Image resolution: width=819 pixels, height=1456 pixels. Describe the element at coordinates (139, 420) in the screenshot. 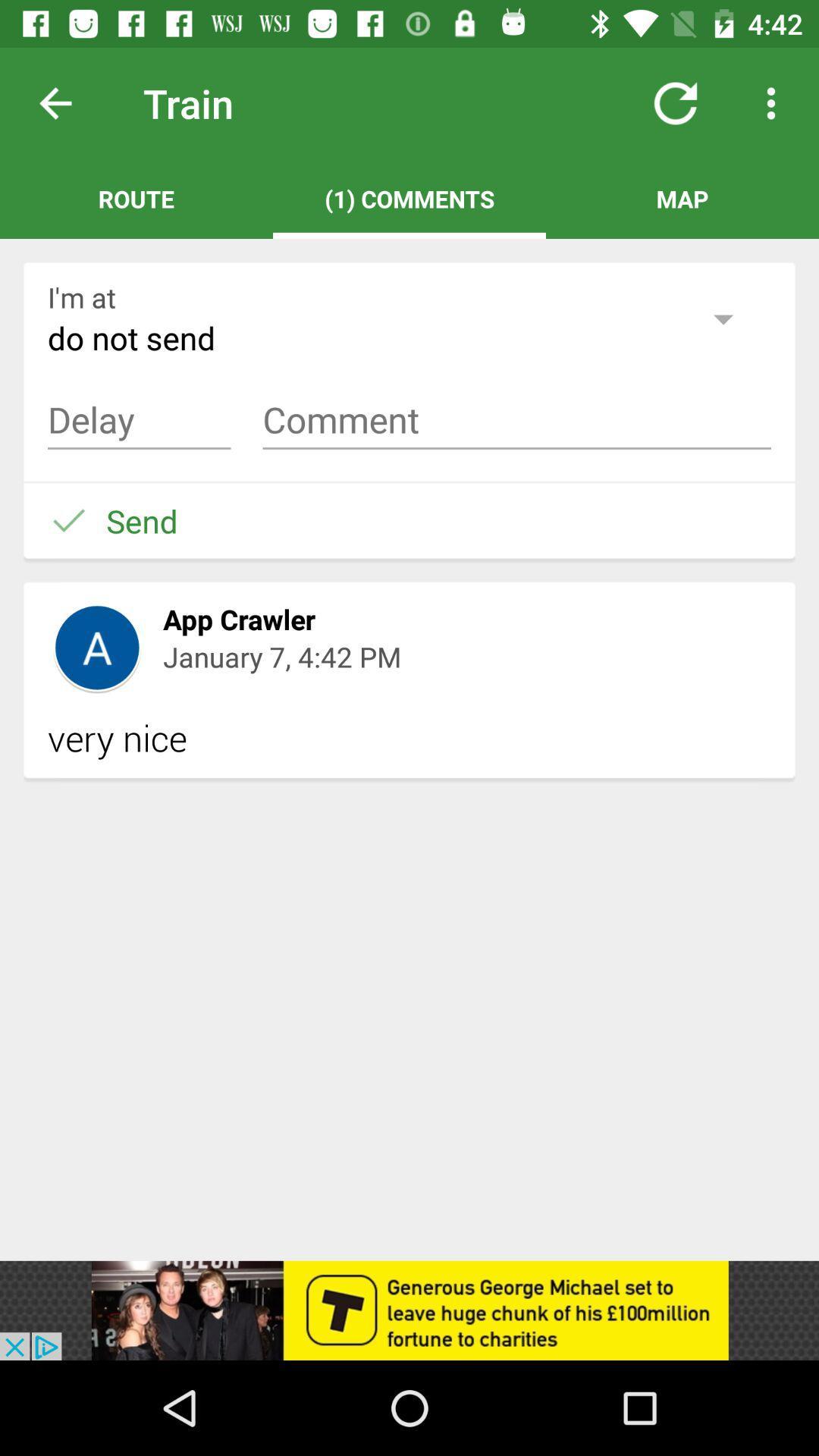

I see `delay` at that location.